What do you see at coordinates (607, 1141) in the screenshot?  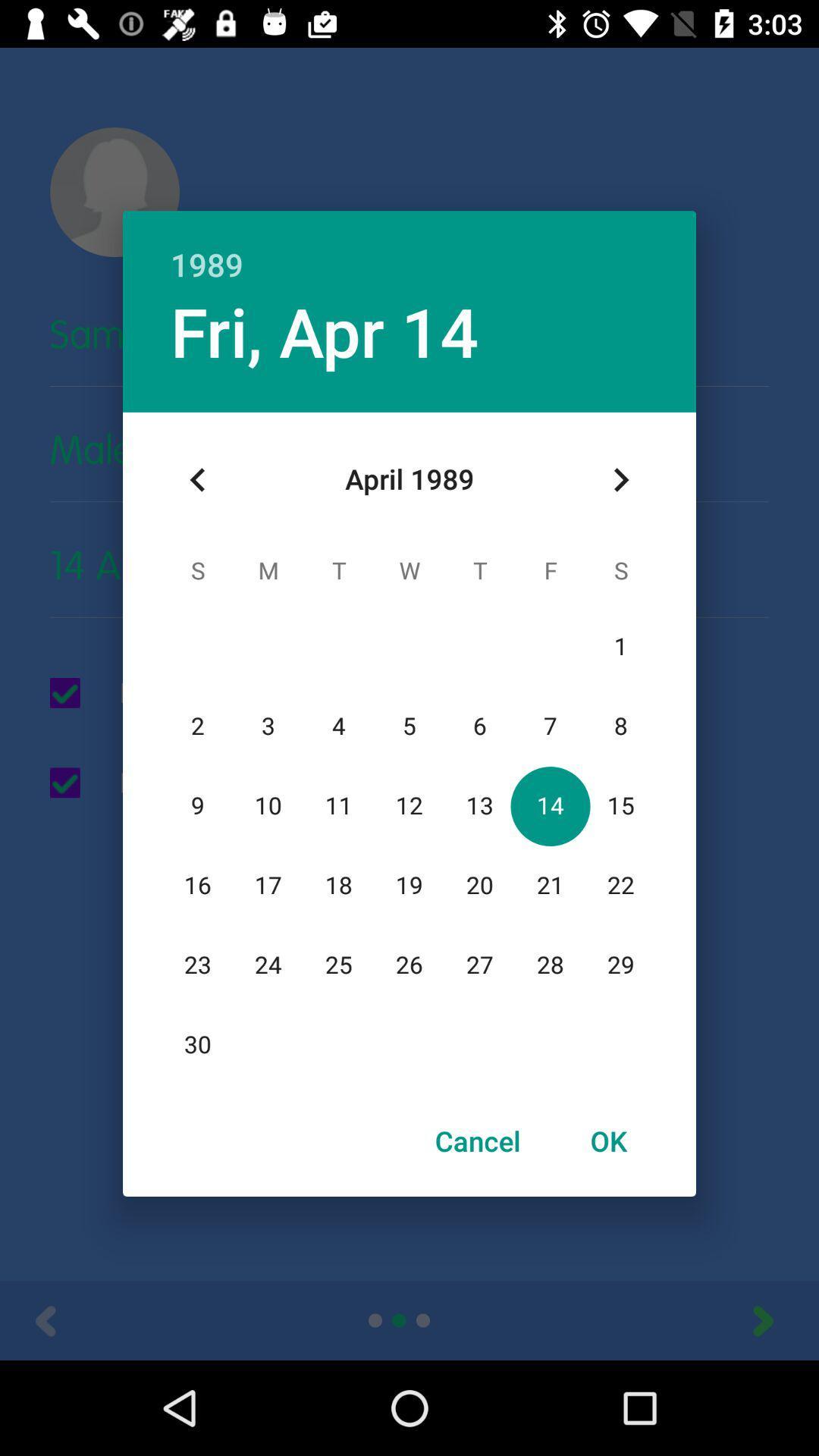 I see `icon at the bottom right corner` at bounding box center [607, 1141].